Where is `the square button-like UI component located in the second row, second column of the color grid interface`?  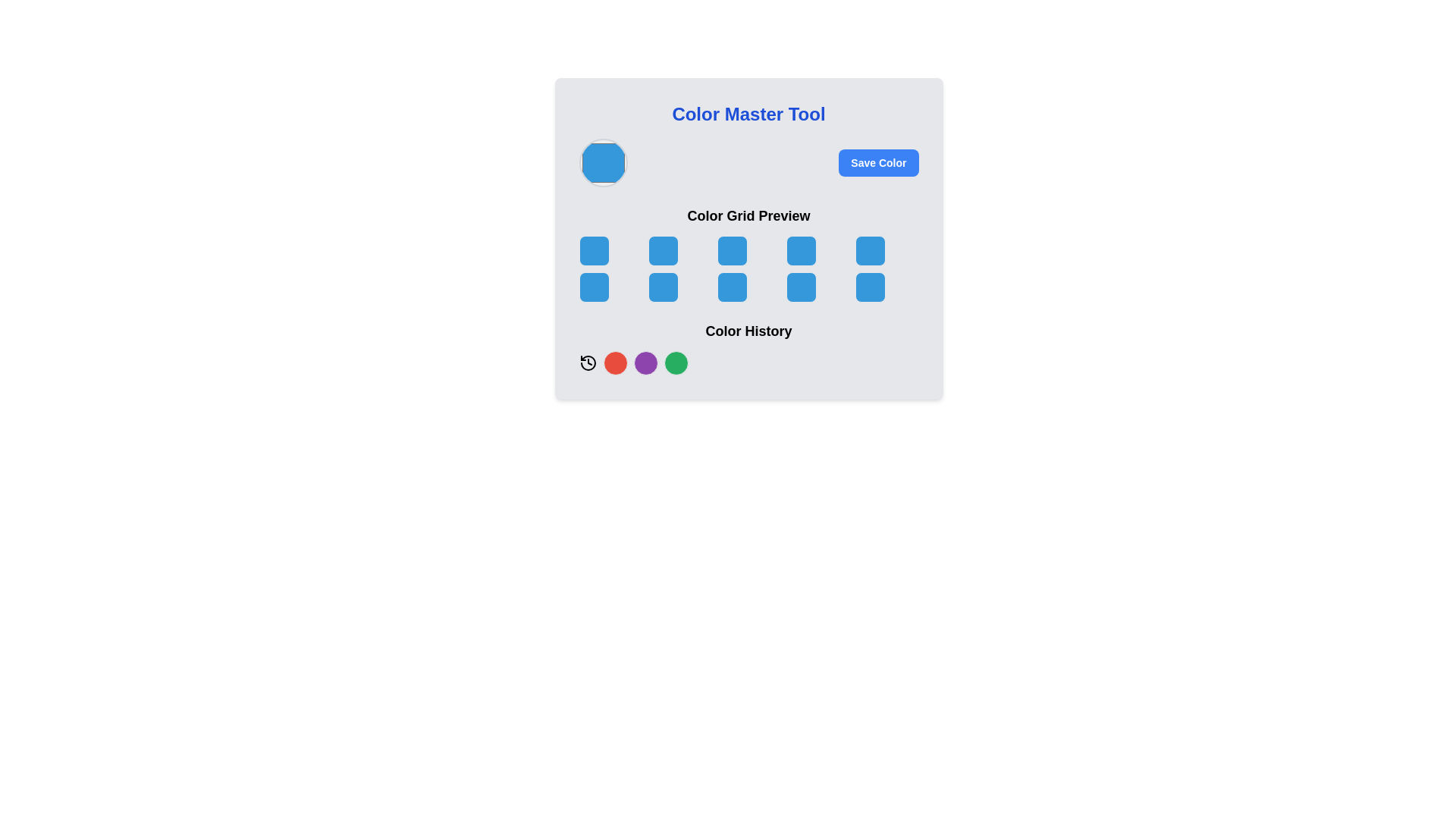
the square button-like UI component located in the second row, second column of the color grid interface is located at coordinates (663, 287).